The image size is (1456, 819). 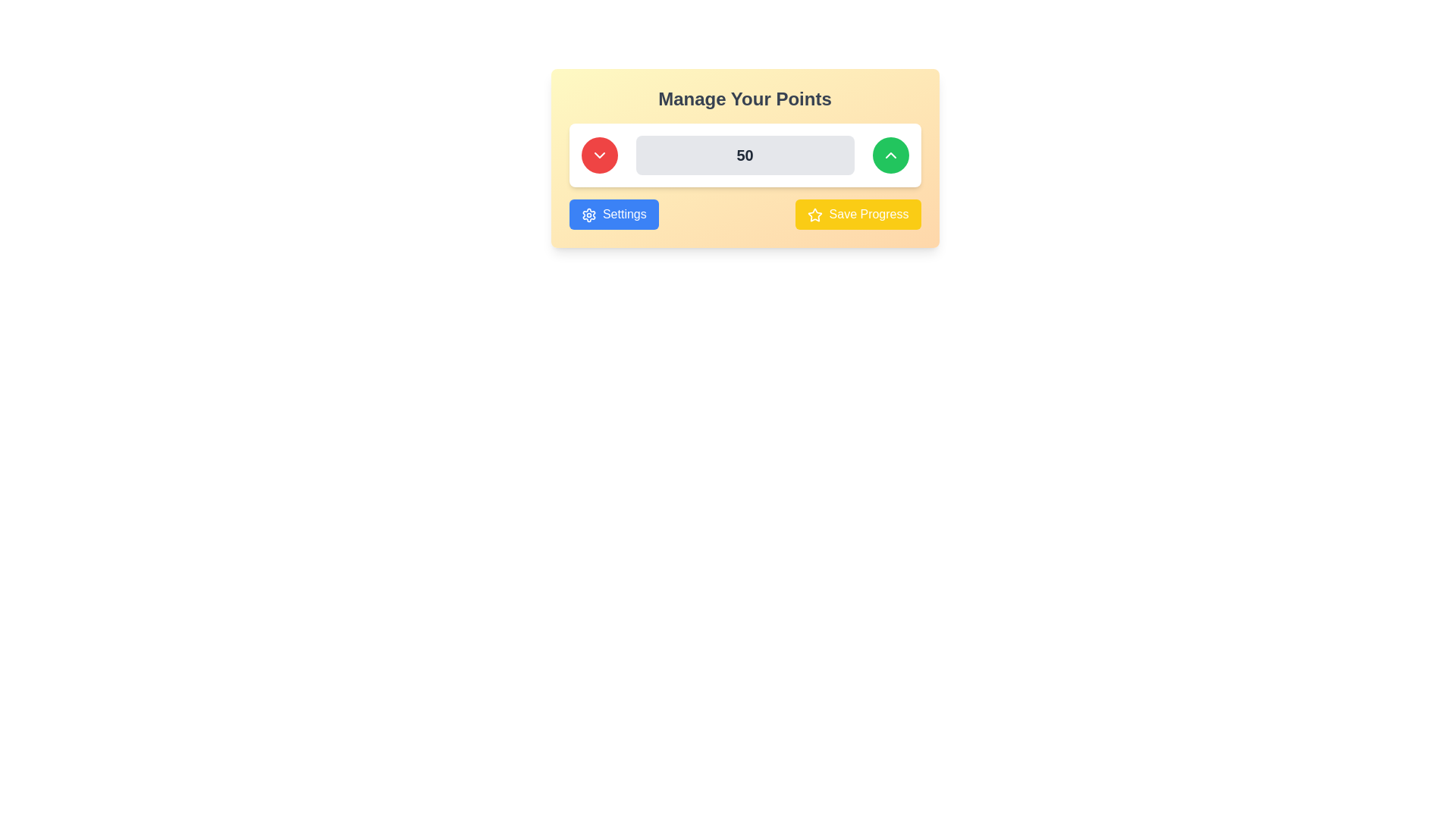 I want to click on the rectangular blue 'Settings' button with a gear icon and white text, so click(x=613, y=214).